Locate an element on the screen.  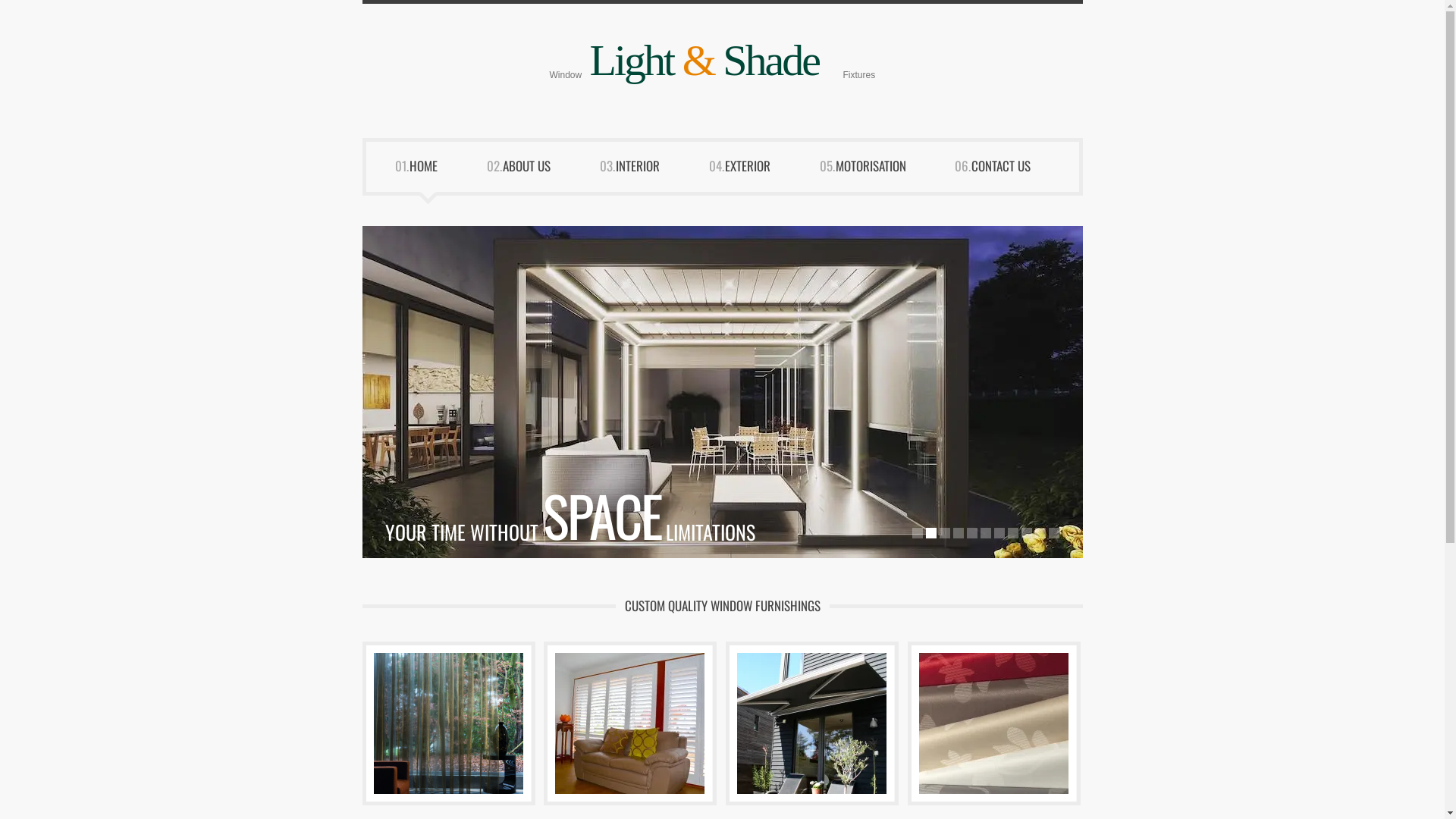
'EXTERIOR' is located at coordinates (758, 171).